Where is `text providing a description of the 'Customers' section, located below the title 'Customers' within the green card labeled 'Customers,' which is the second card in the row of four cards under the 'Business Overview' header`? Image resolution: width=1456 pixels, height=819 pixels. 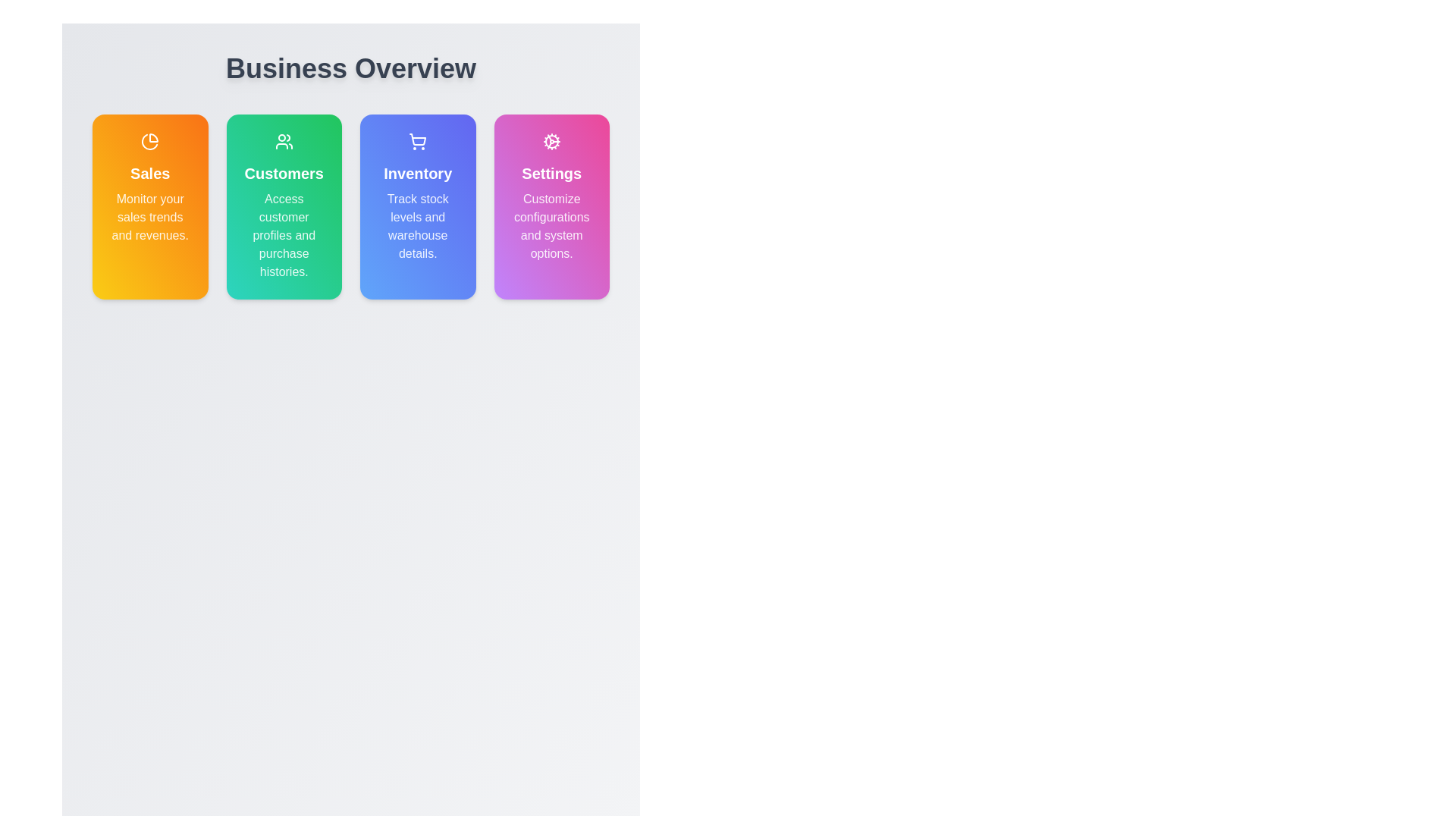 text providing a description of the 'Customers' section, located below the title 'Customers' within the green card labeled 'Customers,' which is the second card in the row of four cards under the 'Business Overview' header is located at coordinates (284, 236).